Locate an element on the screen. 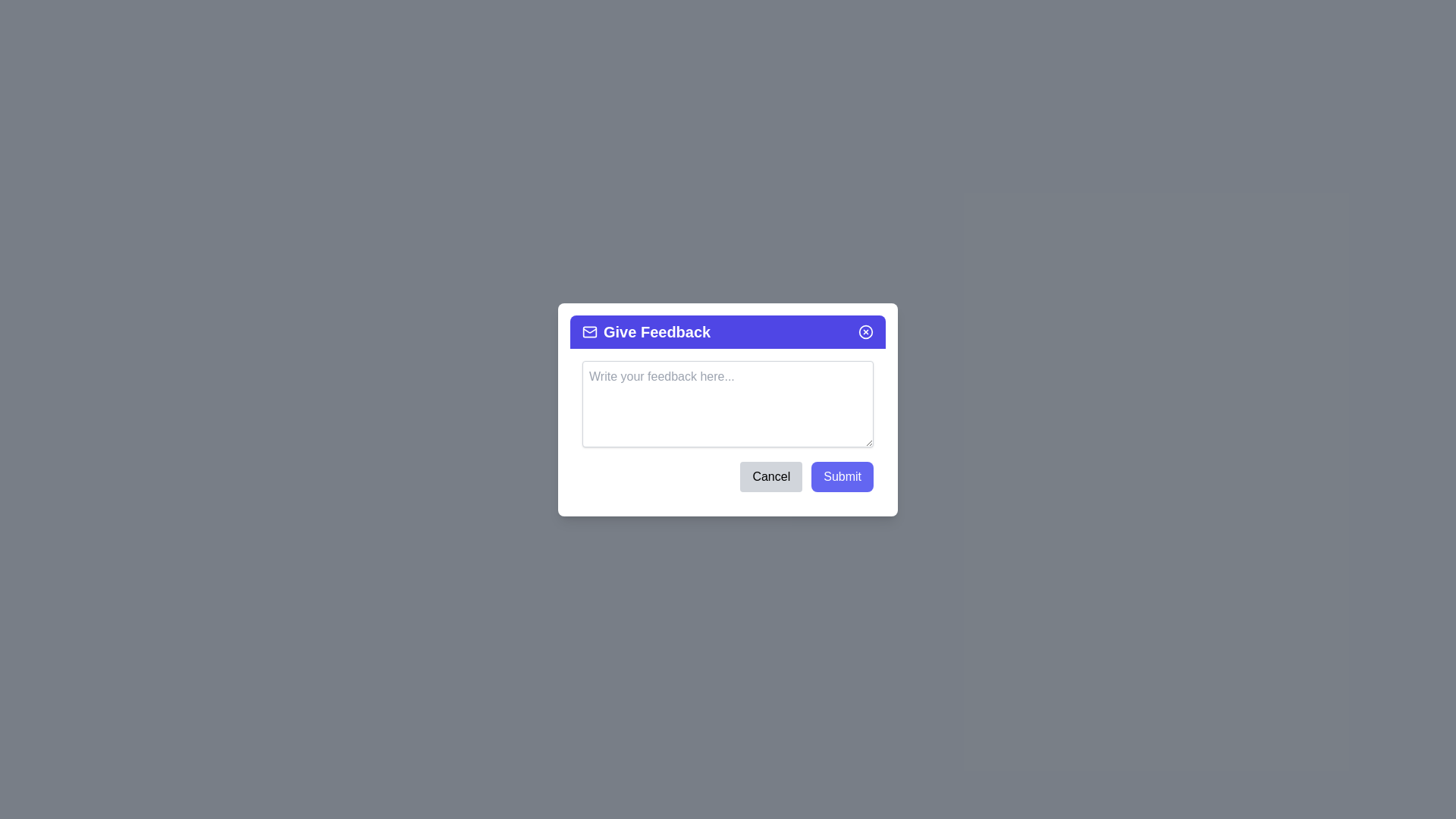  the Feedback Dialog header to initiate interaction is located at coordinates (728, 331).